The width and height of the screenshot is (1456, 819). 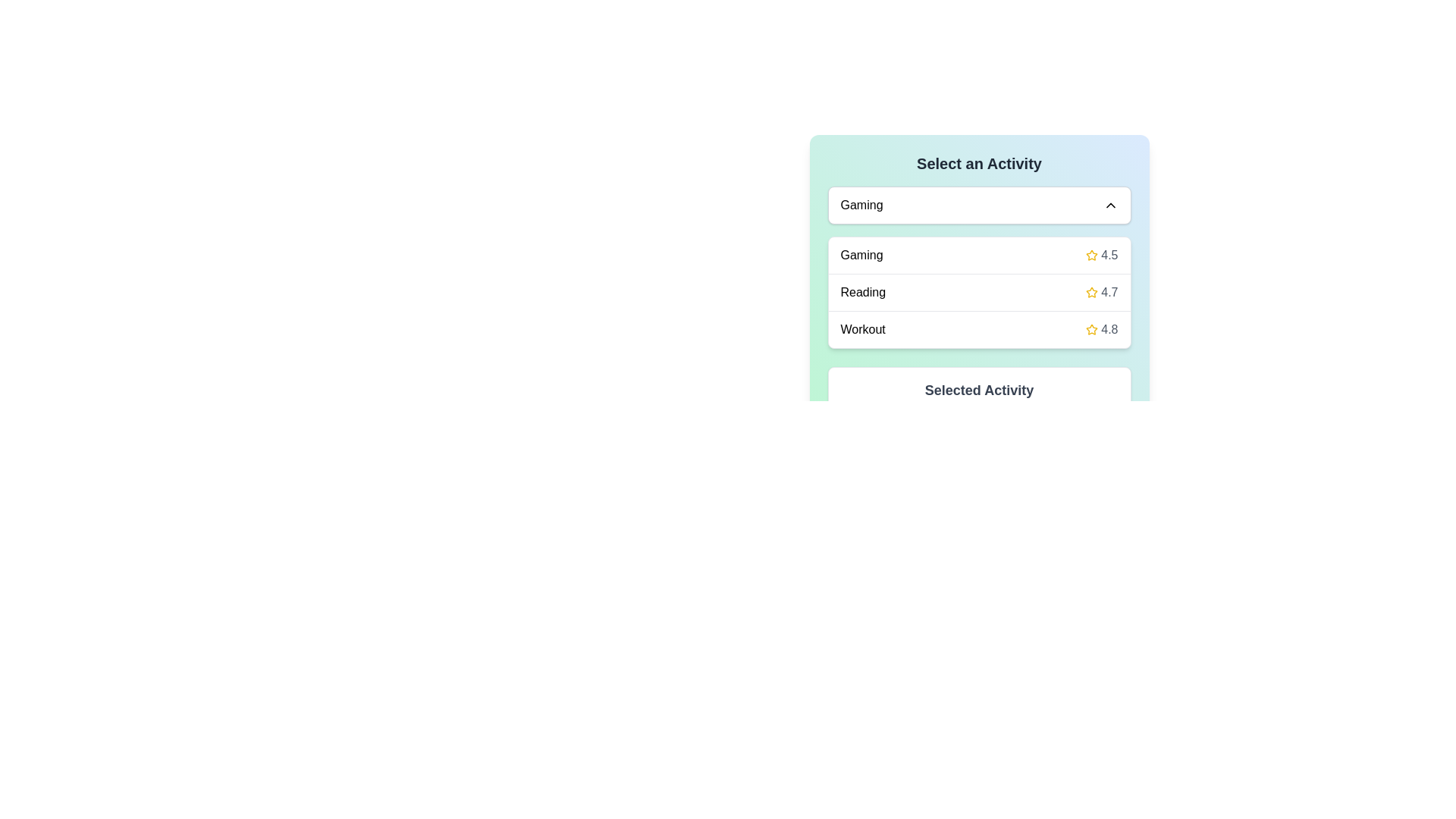 What do you see at coordinates (1092, 254) in the screenshot?
I see `the rating icon located in the dropdown list titled 'Select an Activity', positioned to the right of the text 'Gaming' and left of the numeric label '4.5'` at bounding box center [1092, 254].